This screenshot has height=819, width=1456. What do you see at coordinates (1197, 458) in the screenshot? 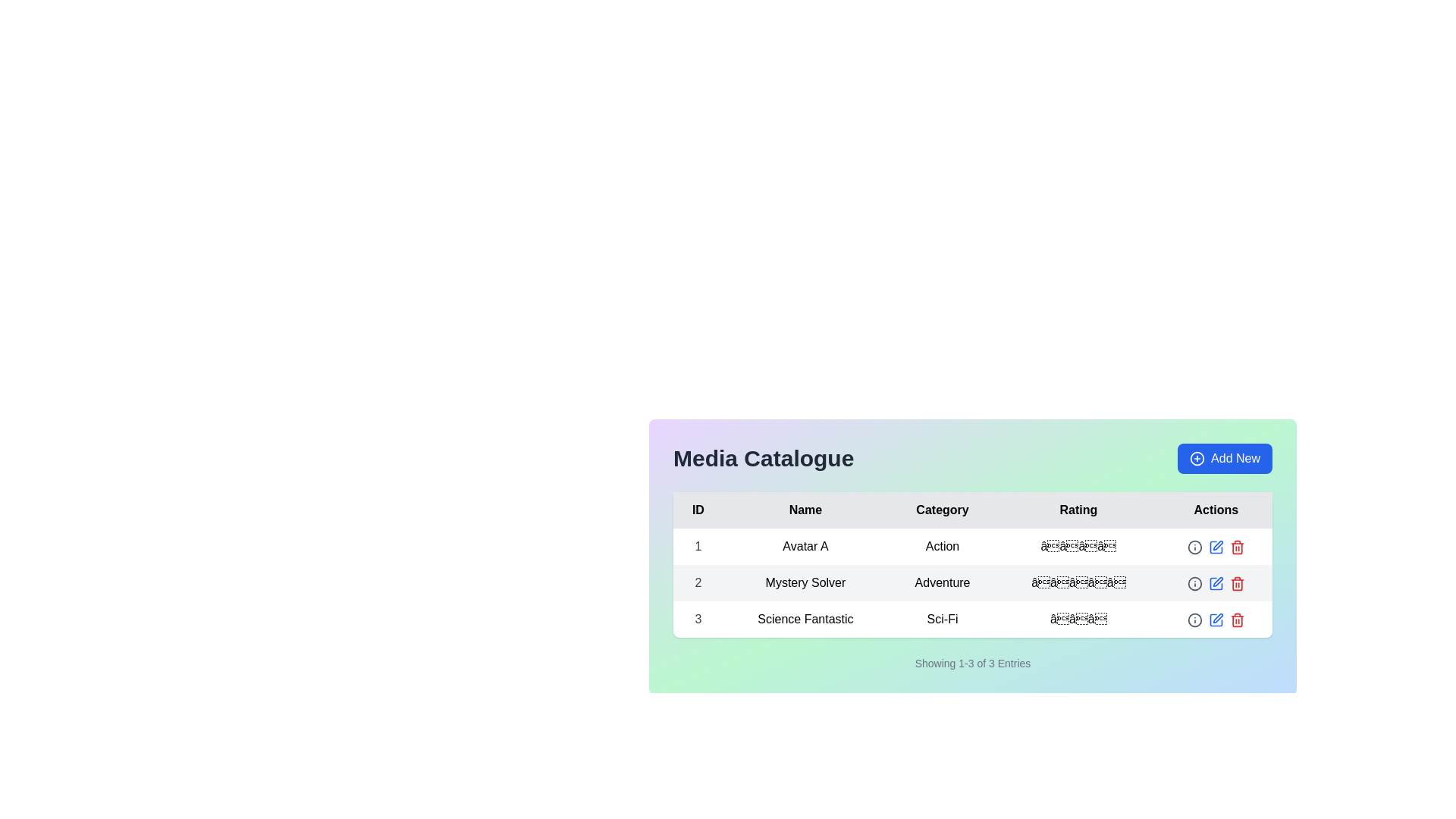
I see `the circular button featuring a plus icon with a blue background to the left of the 'Add New' label in the top-right corner of the Media Catalogue panel` at bounding box center [1197, 458].